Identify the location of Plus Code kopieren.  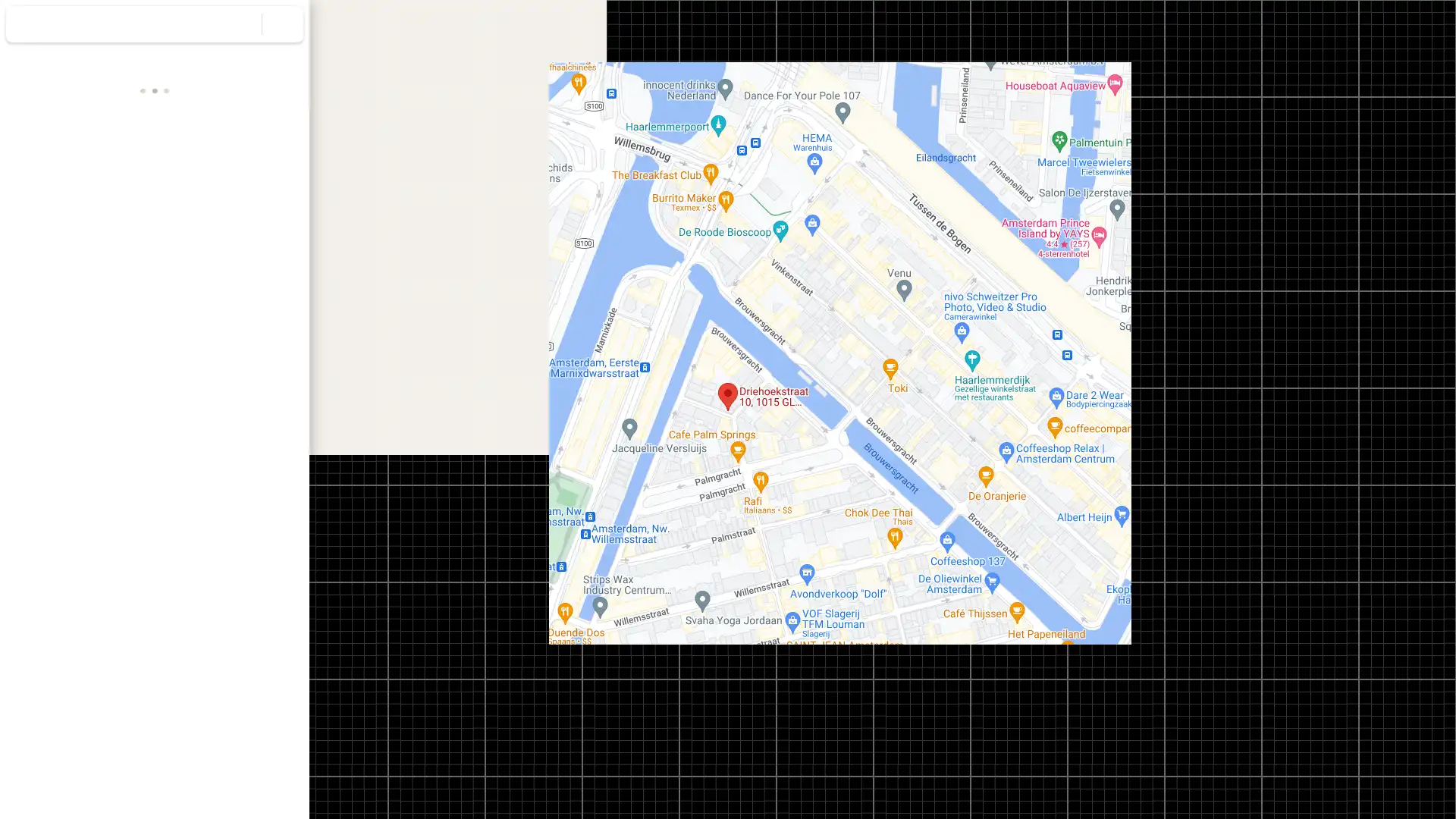
(249, 385).